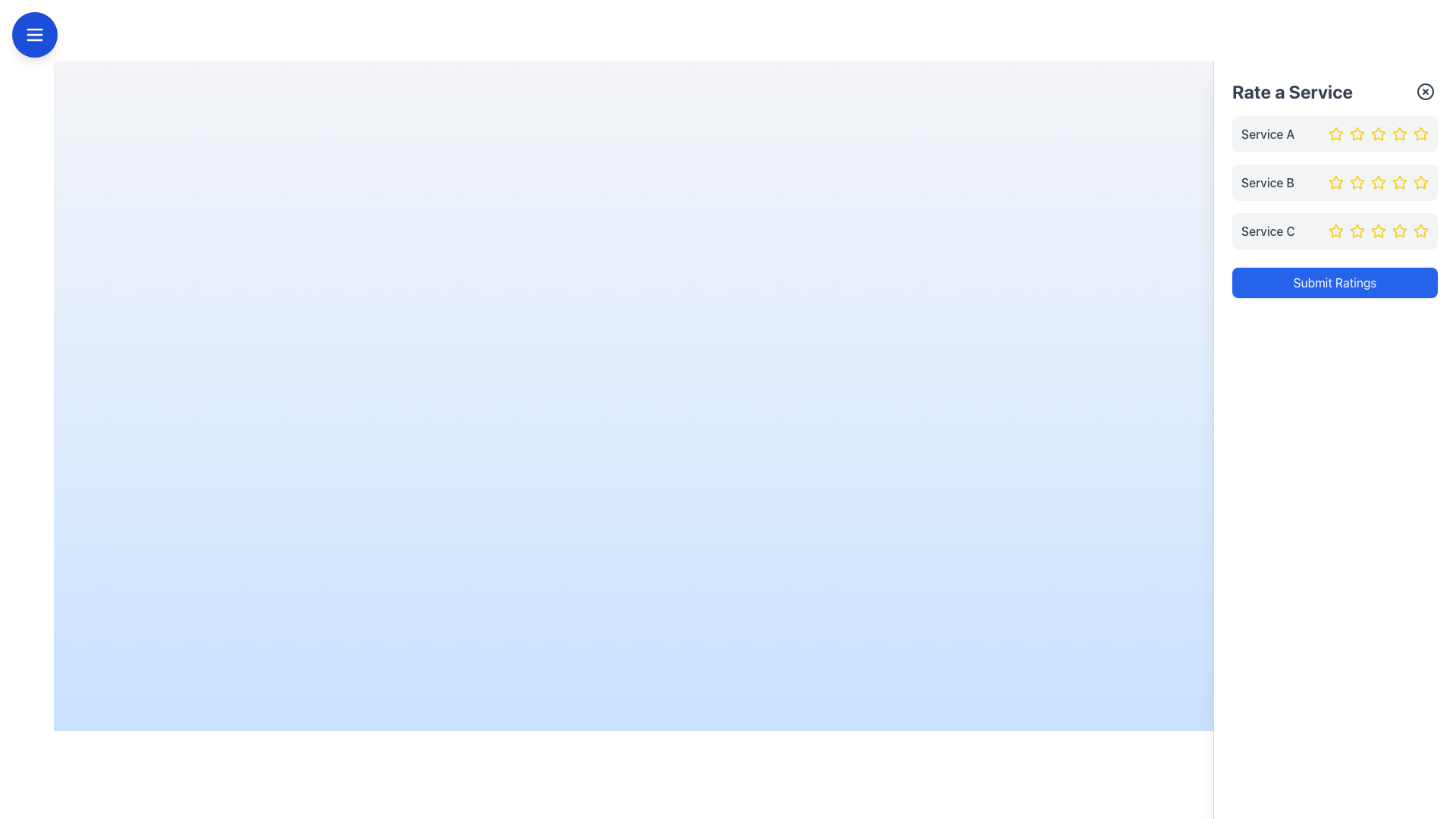  I want to click on the fifth star icon, so click(1420, 181).